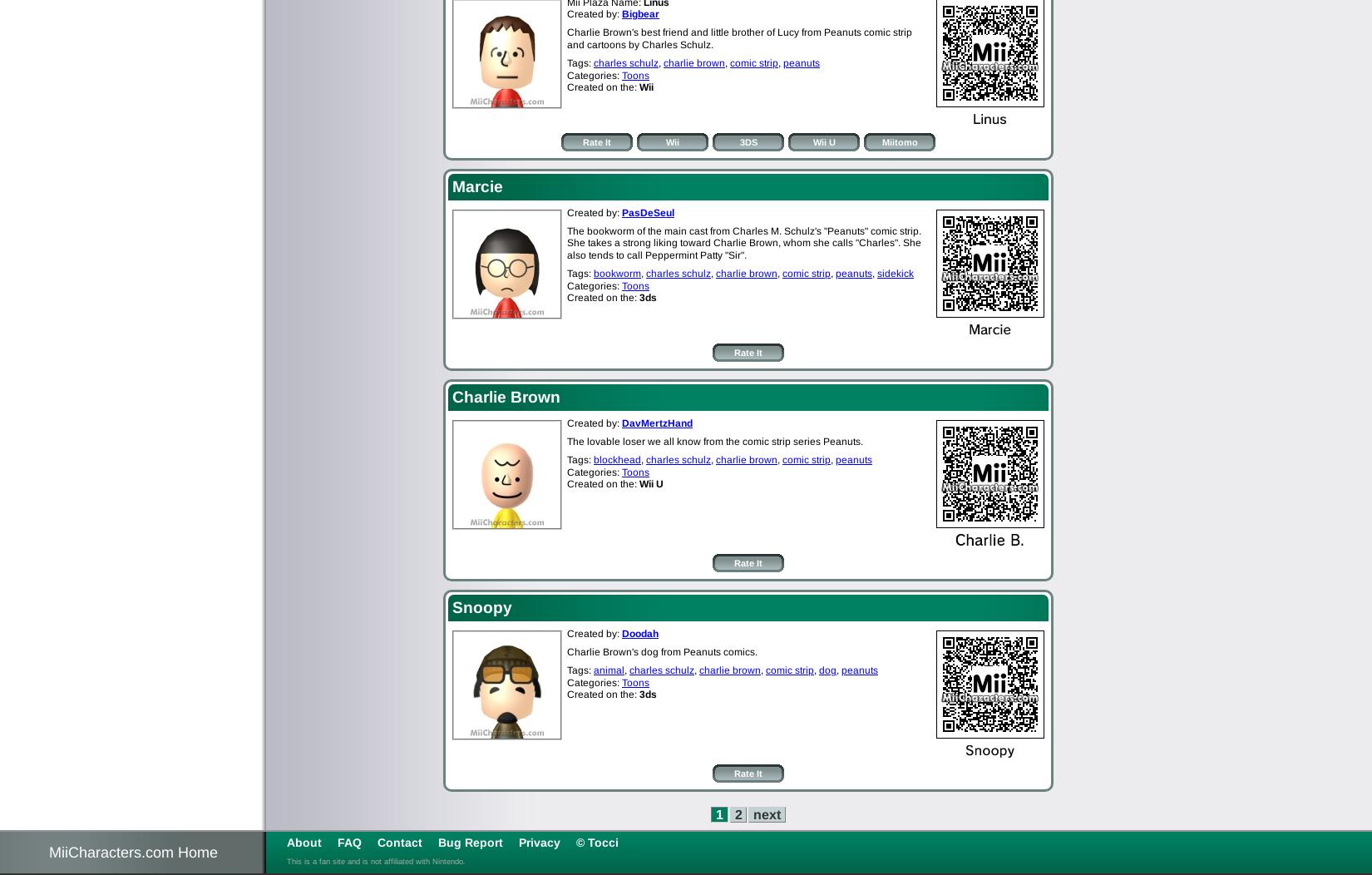 This screenshot has width=1372, height=875. Describe the element at coordinates (447, 859) in the screenshot. I see `'Nintendo'` at that location.